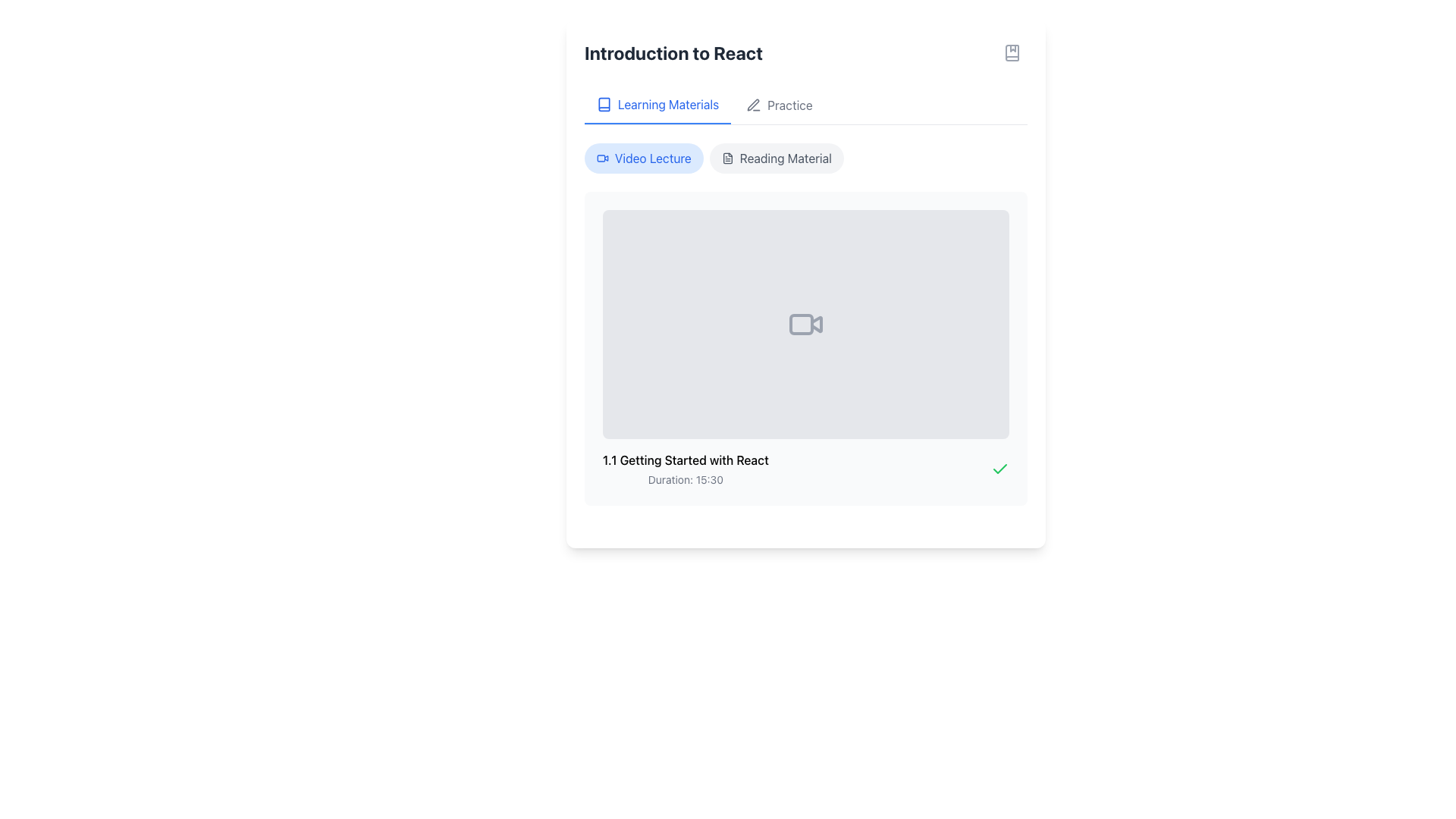  Describe the element at coordinates (644, 158) in the screenshot. I see `the 'Video Lecture' button located on the left within a group of two horizontally aligned buttons` at that location.